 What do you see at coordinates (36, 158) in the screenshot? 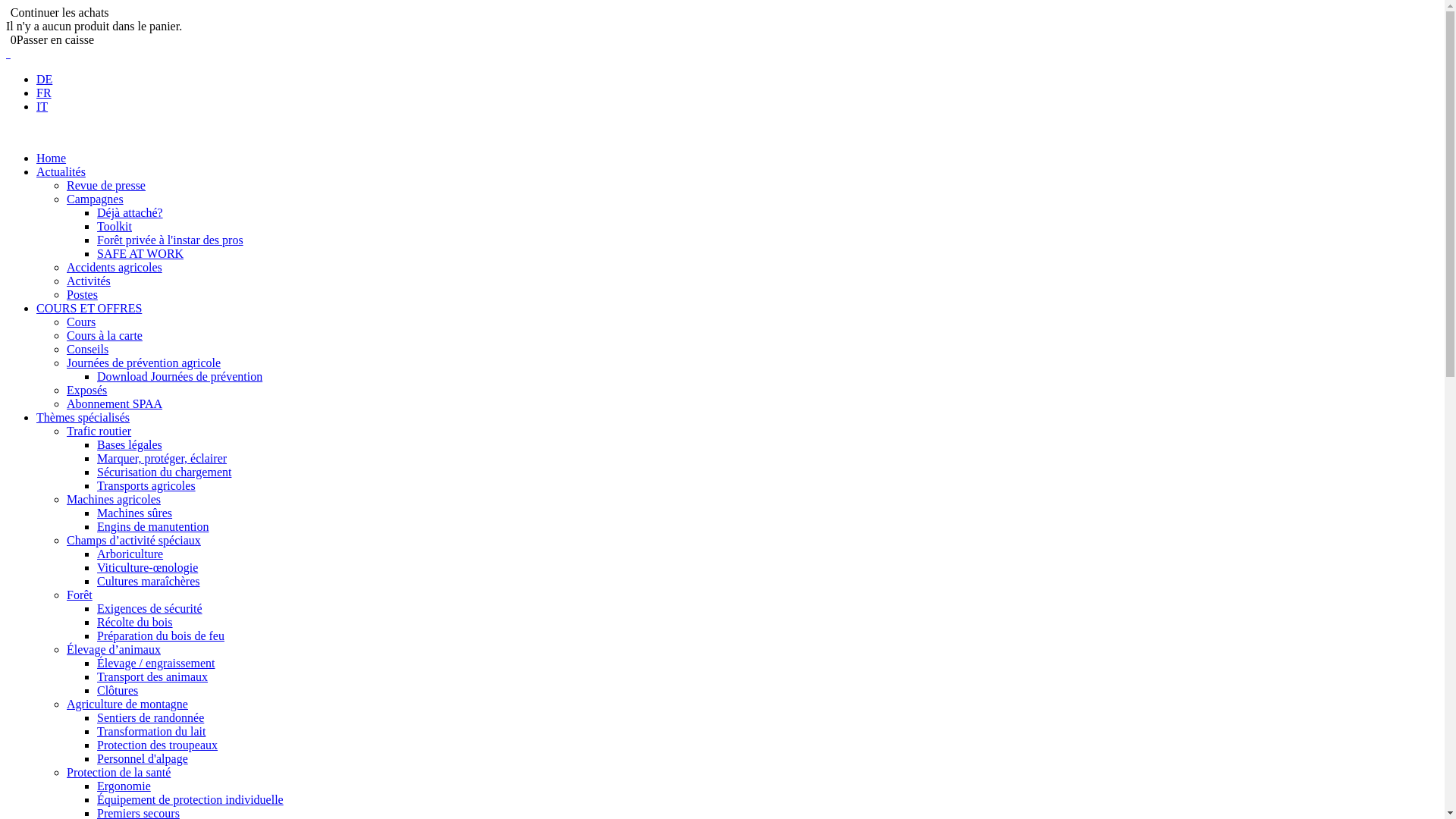
I see `'Home'` at bounding box center [36, 158].